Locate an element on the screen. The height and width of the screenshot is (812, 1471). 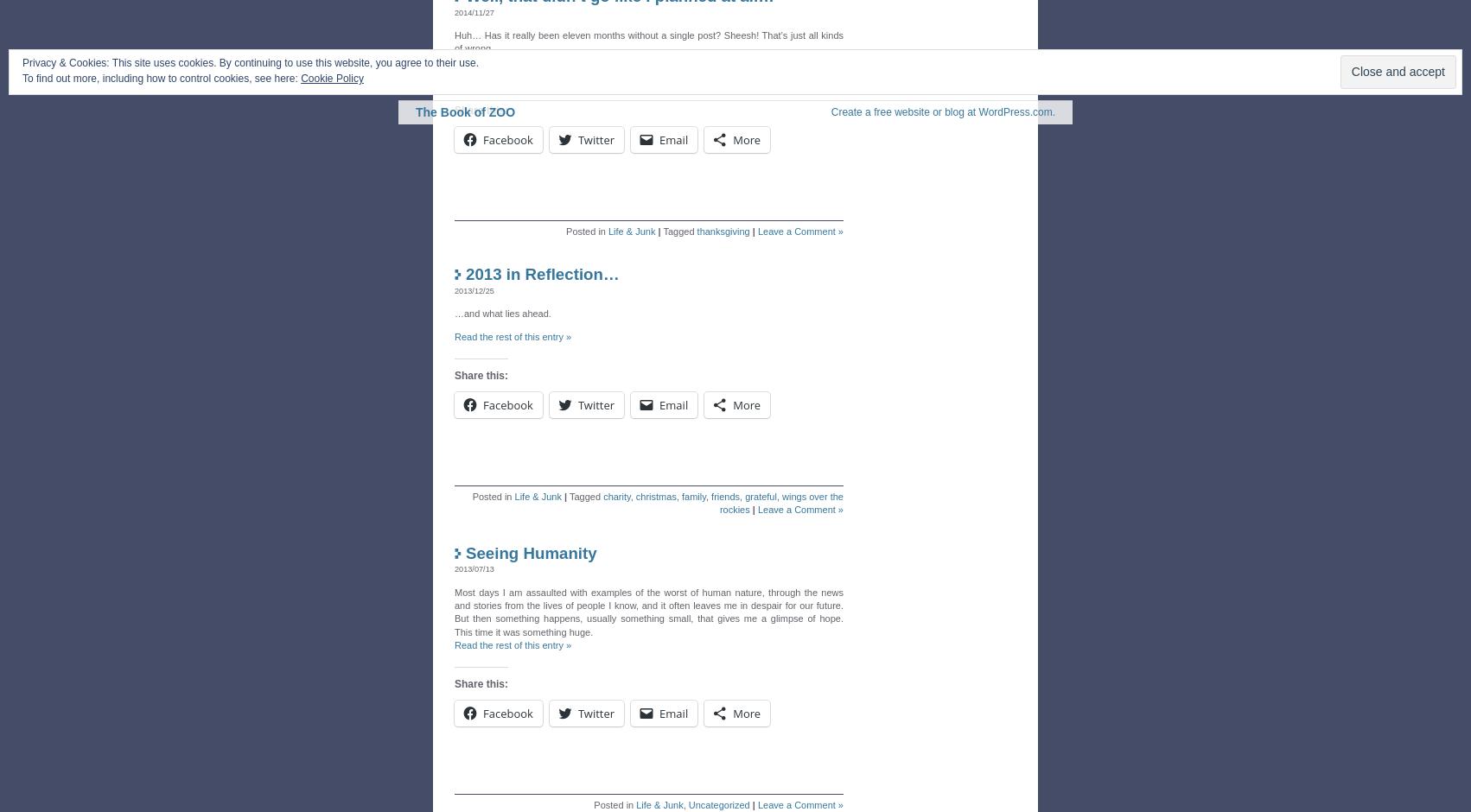
'2013 in Reflection…' is located at coordinates (542, 274).